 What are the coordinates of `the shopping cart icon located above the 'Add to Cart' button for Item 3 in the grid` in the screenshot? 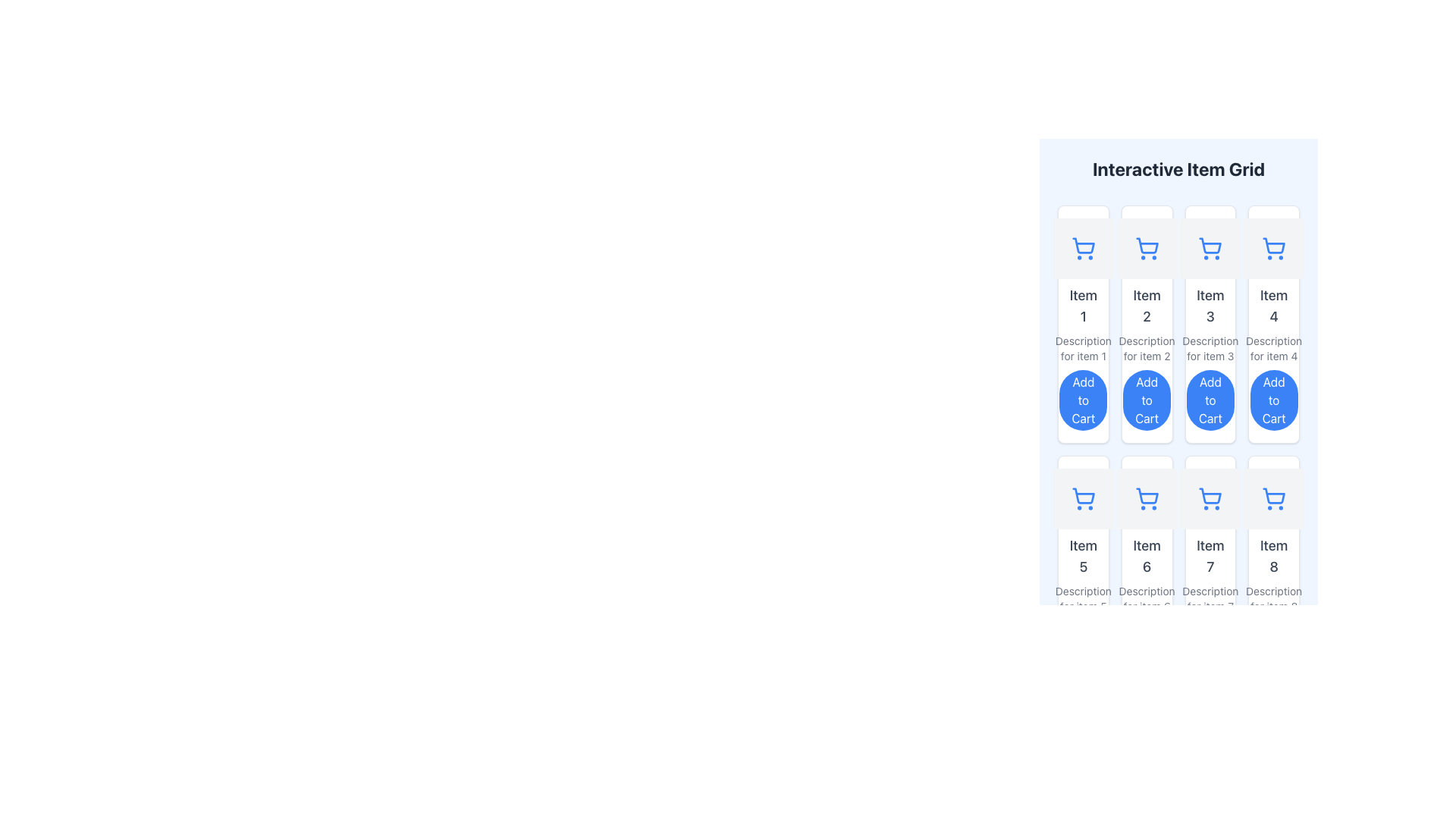 It's located at (1210, 245).